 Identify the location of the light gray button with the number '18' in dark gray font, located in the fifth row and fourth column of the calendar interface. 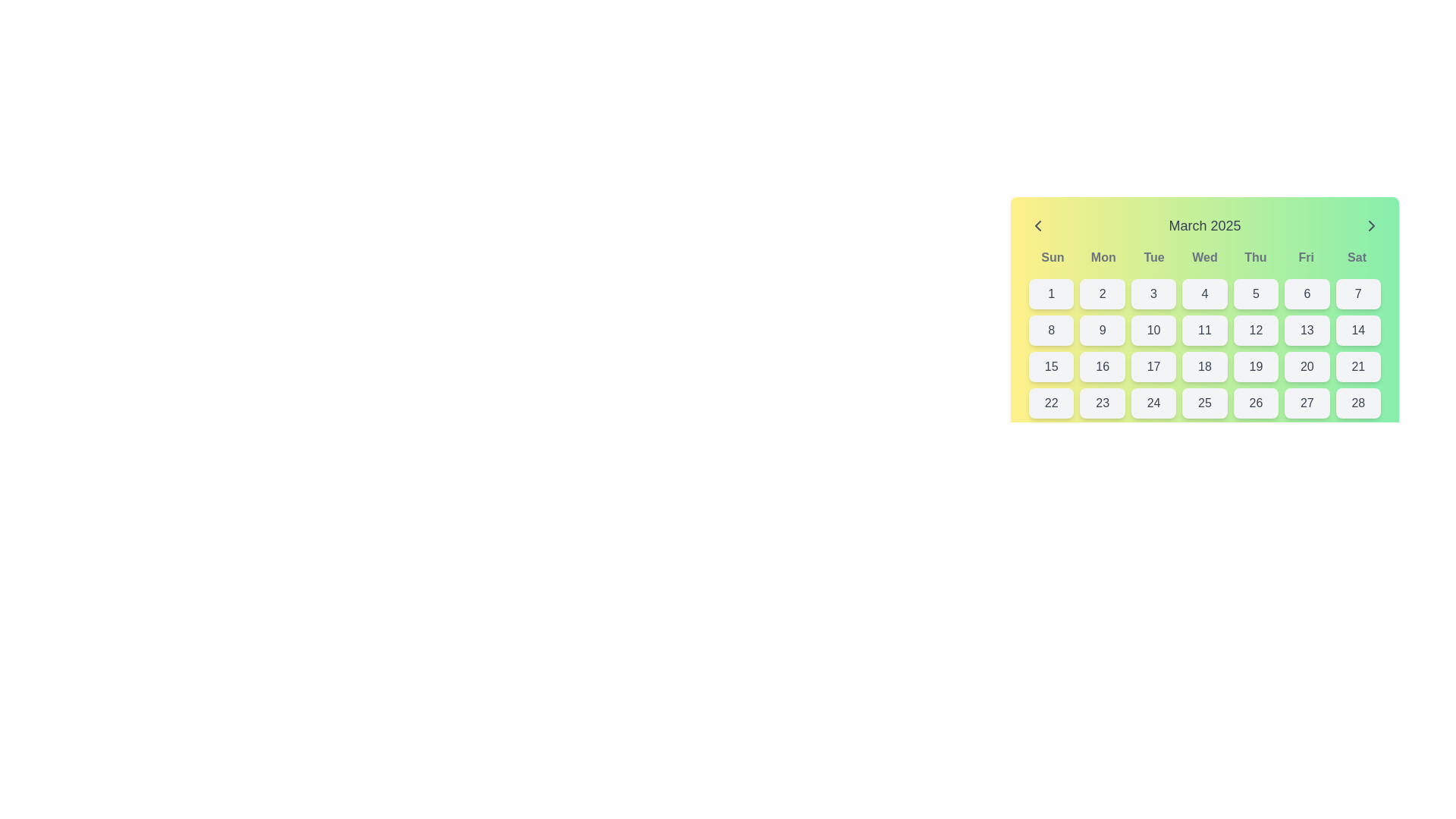
(1203, 366).